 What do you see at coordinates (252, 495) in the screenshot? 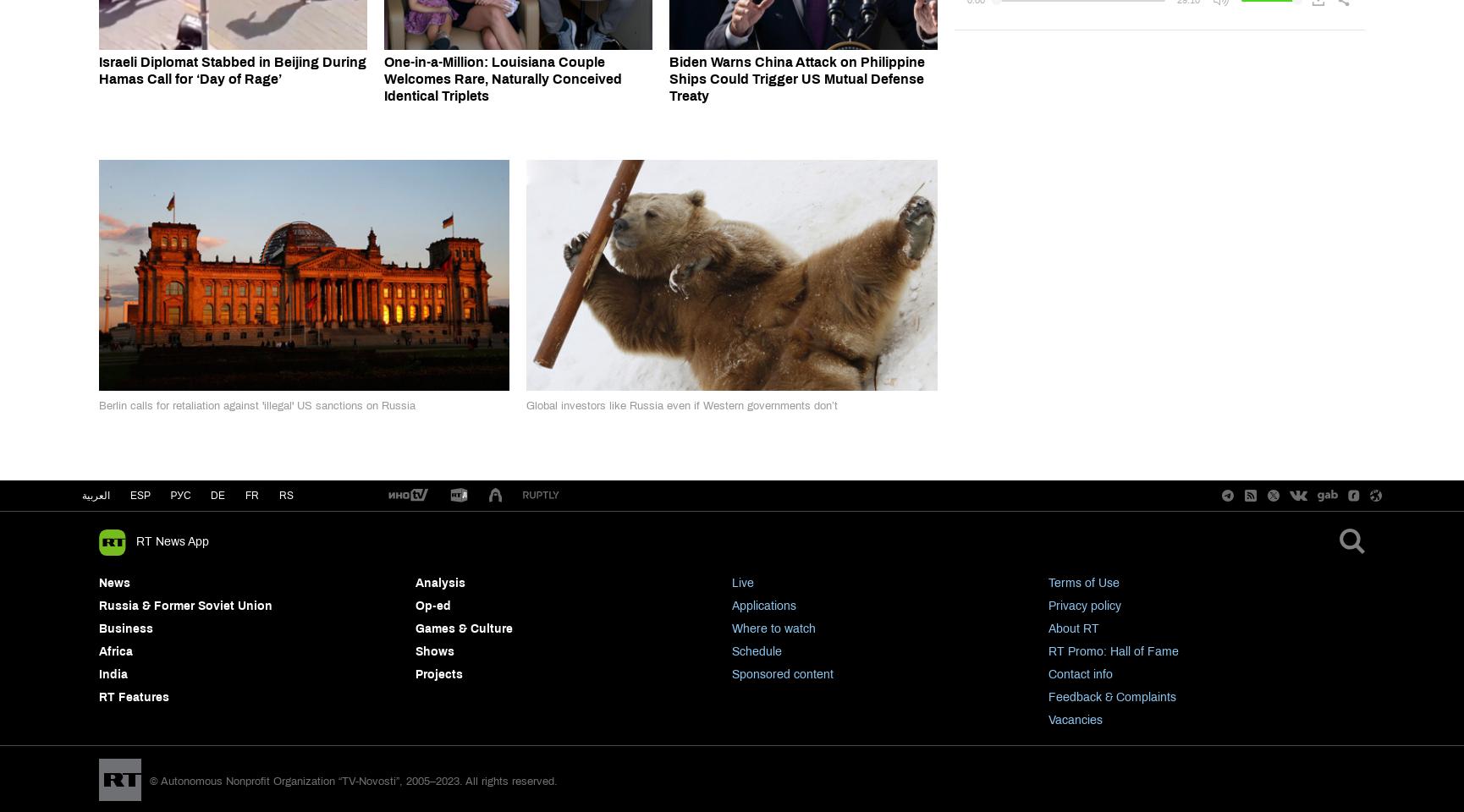
I see `'fr'` at bounding box center [252, 495].